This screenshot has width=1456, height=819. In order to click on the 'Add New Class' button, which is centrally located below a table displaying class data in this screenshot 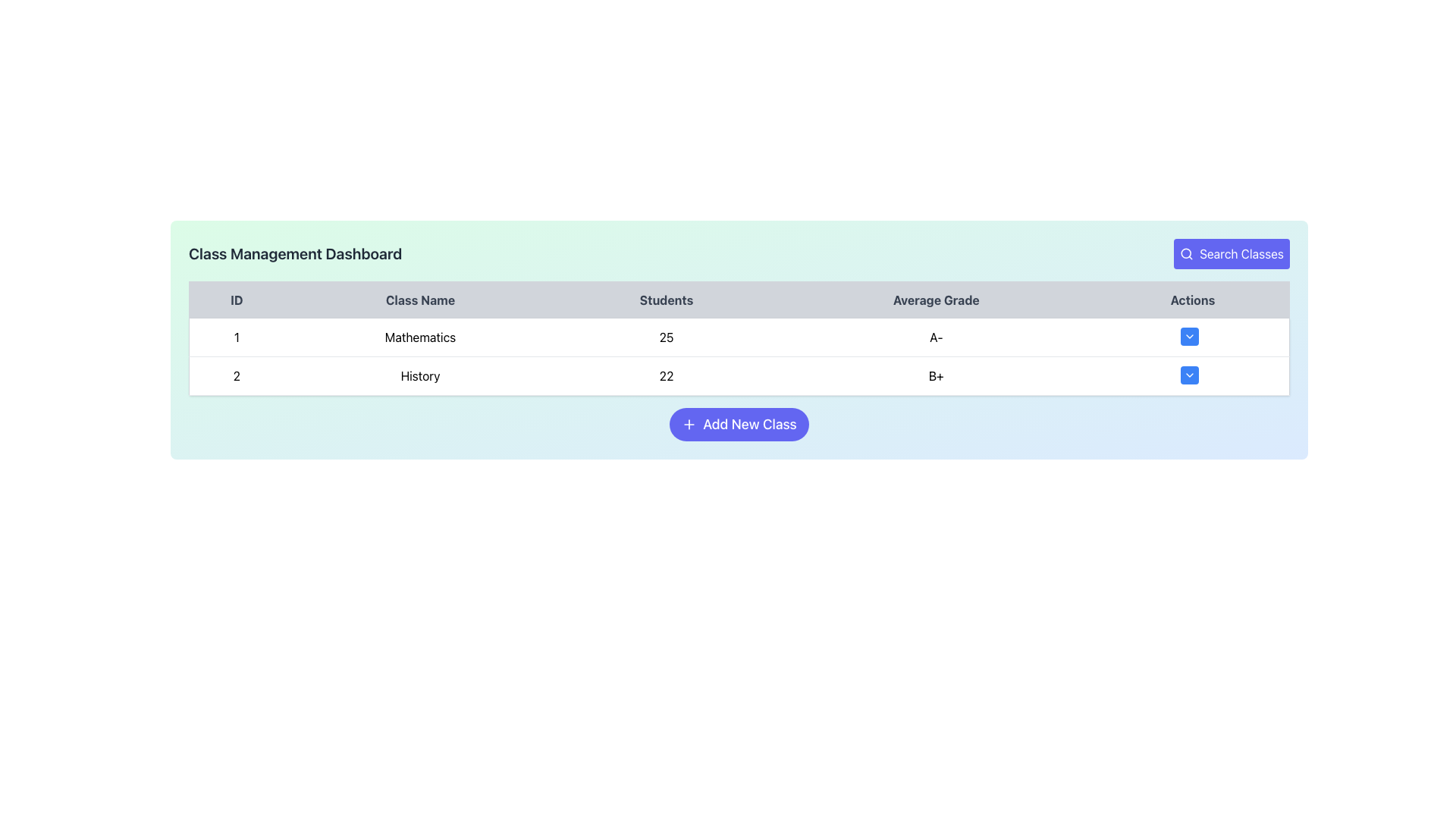, I will do `click(739, 424)`.